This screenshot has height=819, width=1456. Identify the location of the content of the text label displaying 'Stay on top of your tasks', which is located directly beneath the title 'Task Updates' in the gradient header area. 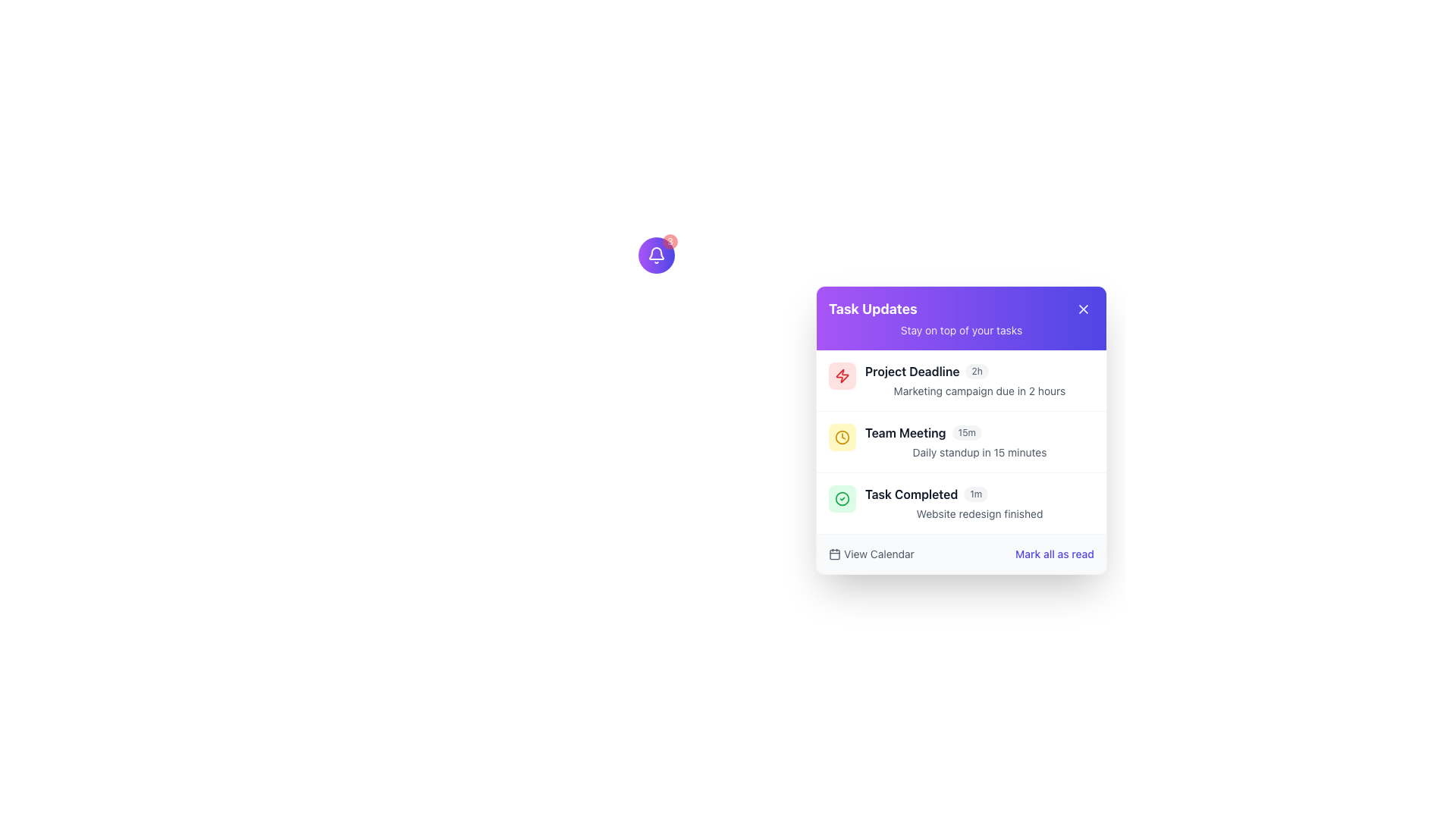
(960, 329).